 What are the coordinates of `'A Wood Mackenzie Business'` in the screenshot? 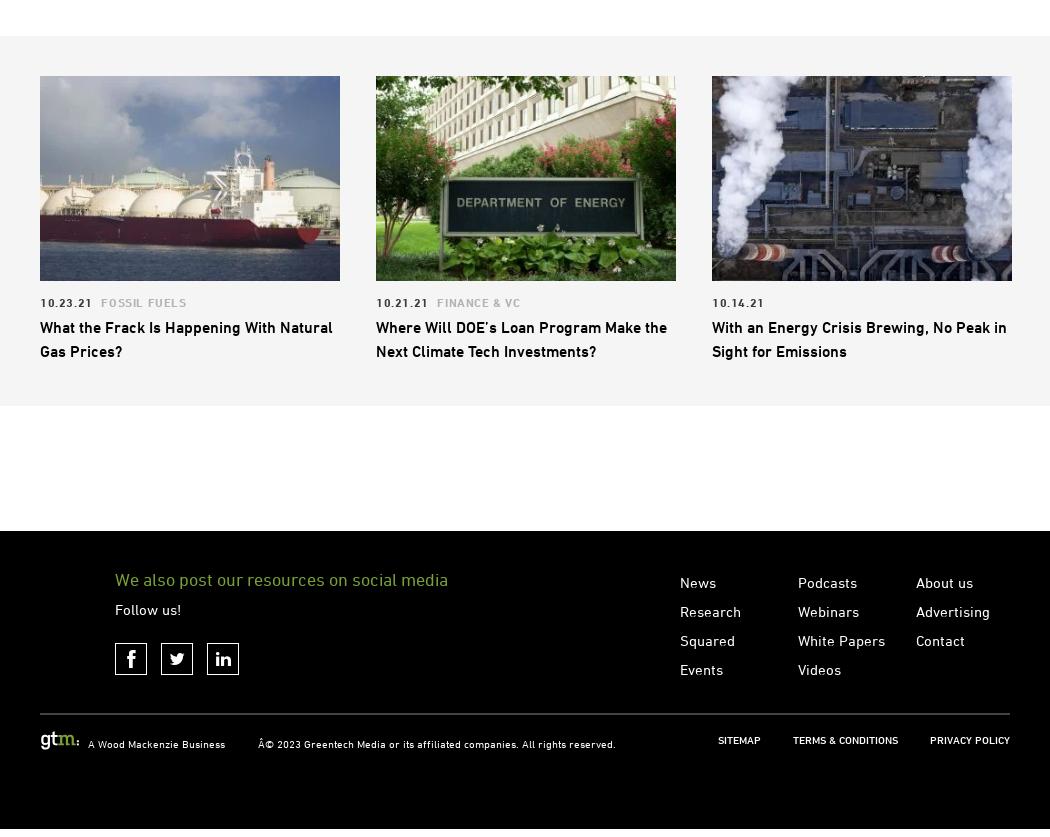 It's located at (156, 822).